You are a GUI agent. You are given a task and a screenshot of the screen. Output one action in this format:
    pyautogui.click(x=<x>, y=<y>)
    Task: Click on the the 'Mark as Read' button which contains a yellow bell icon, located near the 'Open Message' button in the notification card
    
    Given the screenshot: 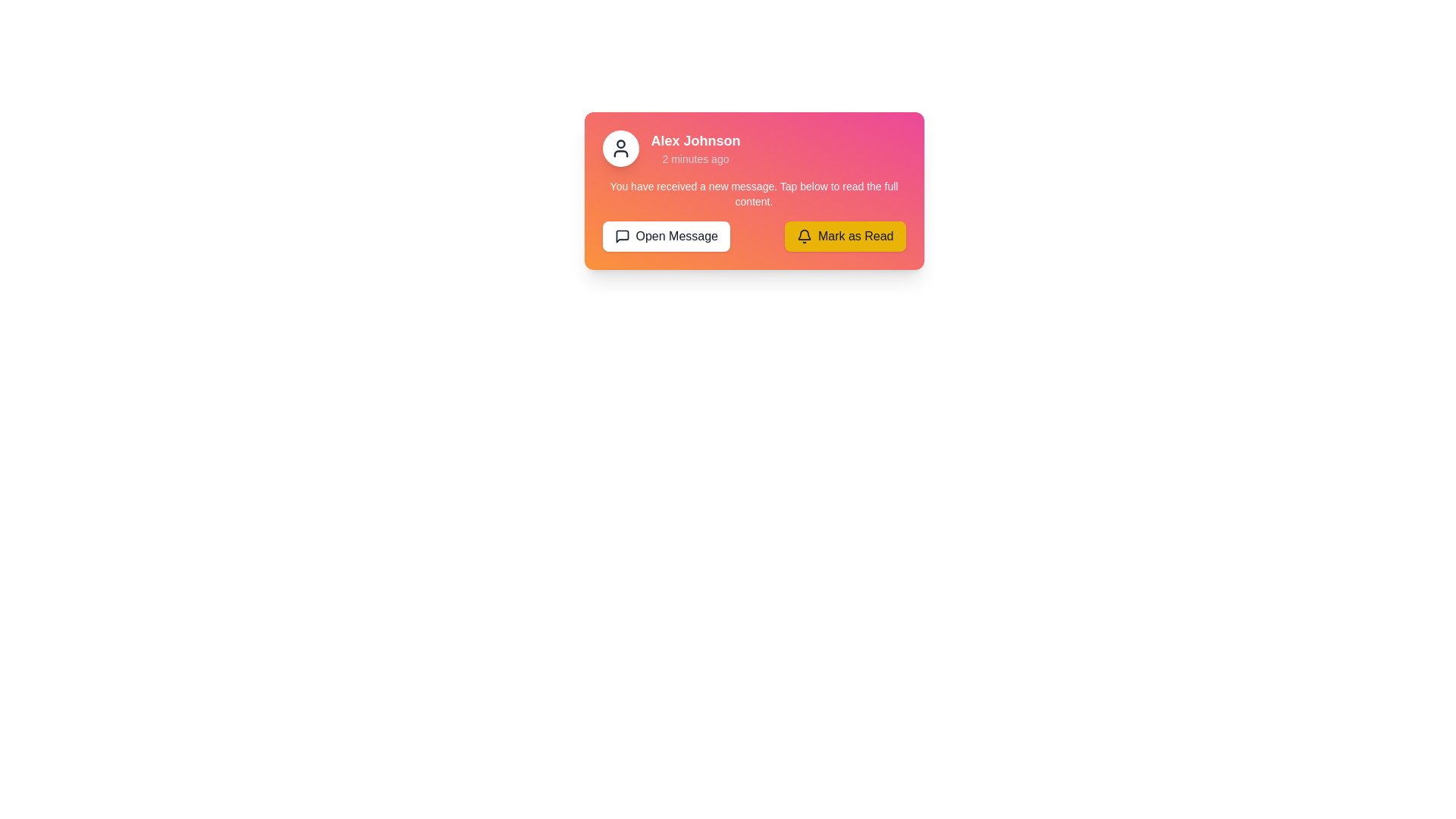 What is the action you would take?
    pyautogui.click(x=803, y=234)
    